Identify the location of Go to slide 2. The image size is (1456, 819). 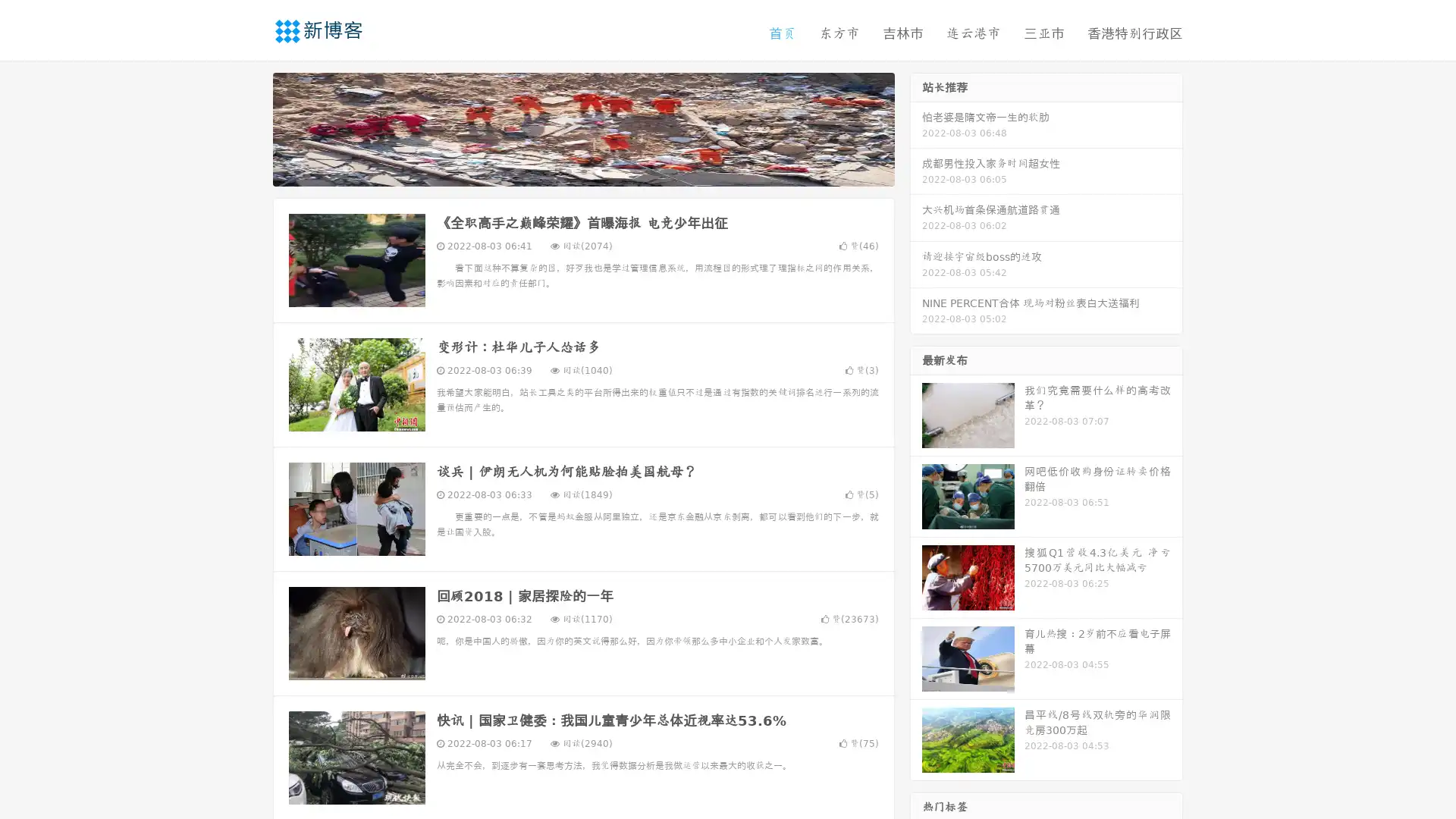
(582, 171).